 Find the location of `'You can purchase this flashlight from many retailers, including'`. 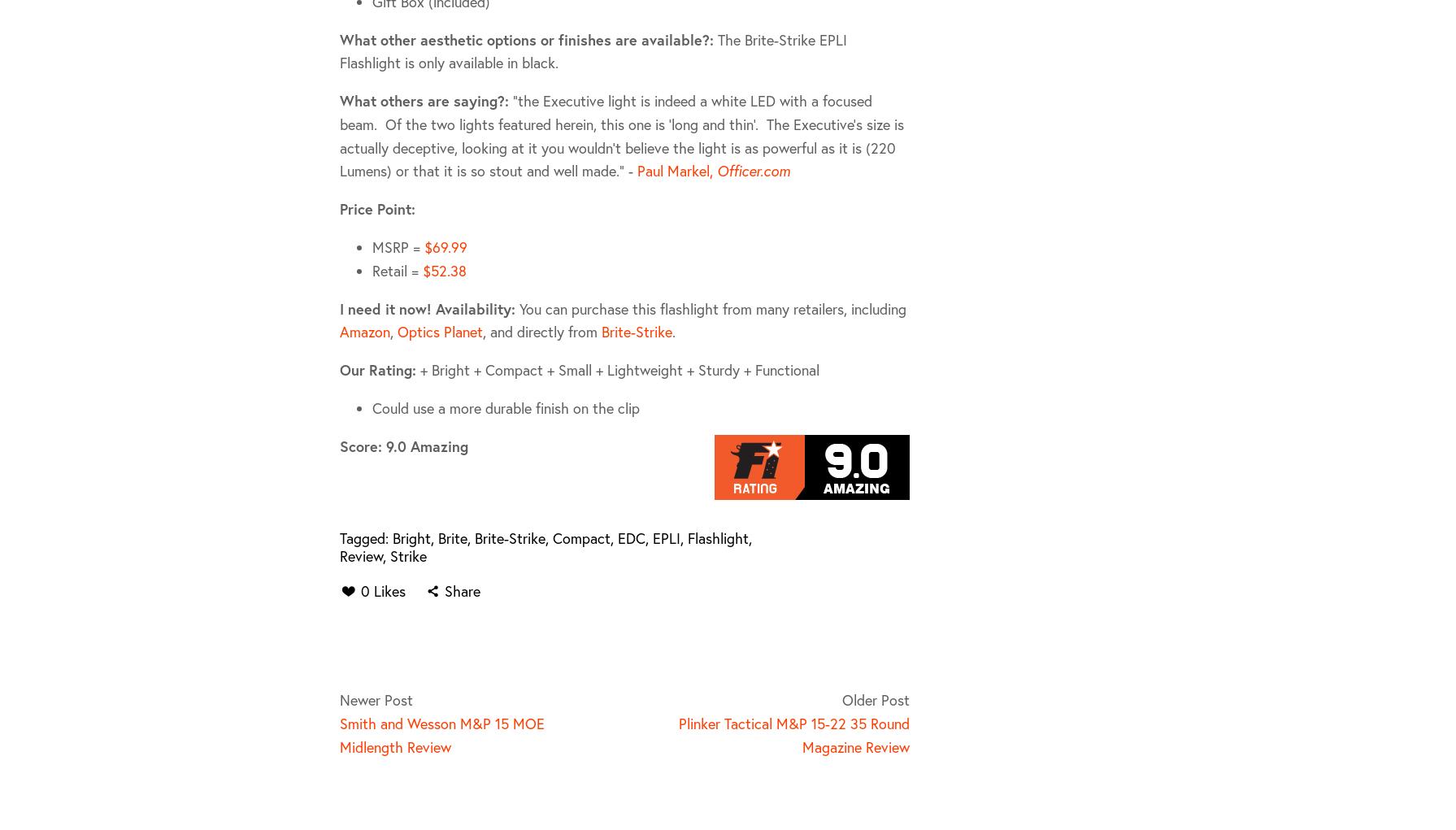

'You can purchase this flashlight from many retailers, including' is located at coordinates (710, 307).